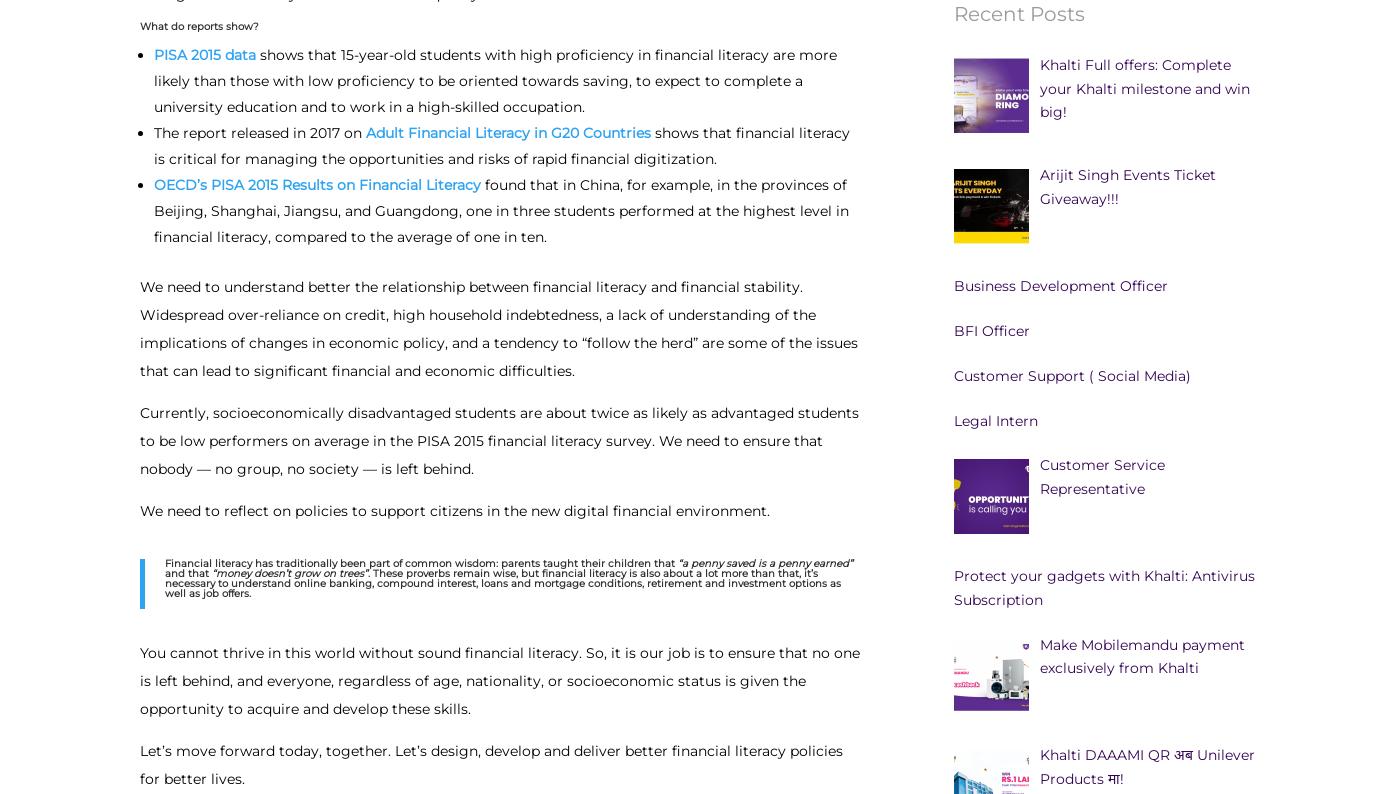 The height and width of the screenshot is (794, 1400). I want to click on 'Make Mobilemandu payment exclusively from Khalti', so click(1141, 655).